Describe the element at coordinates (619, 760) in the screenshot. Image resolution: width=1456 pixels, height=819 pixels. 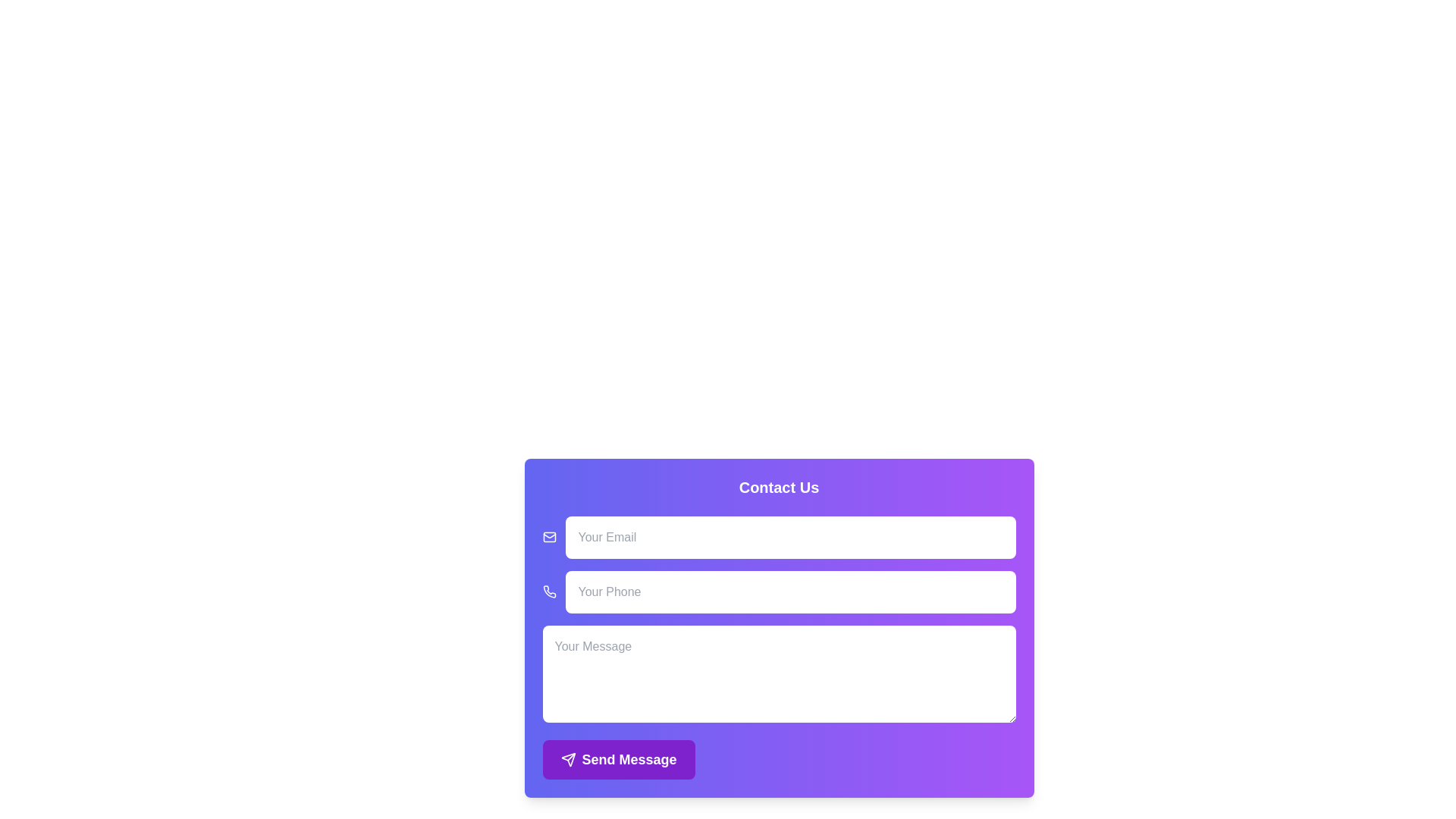
I see `the submit button located at the bottom-left corner of the 'Contact Us' section to trigger an animation or tooltip` at that location.